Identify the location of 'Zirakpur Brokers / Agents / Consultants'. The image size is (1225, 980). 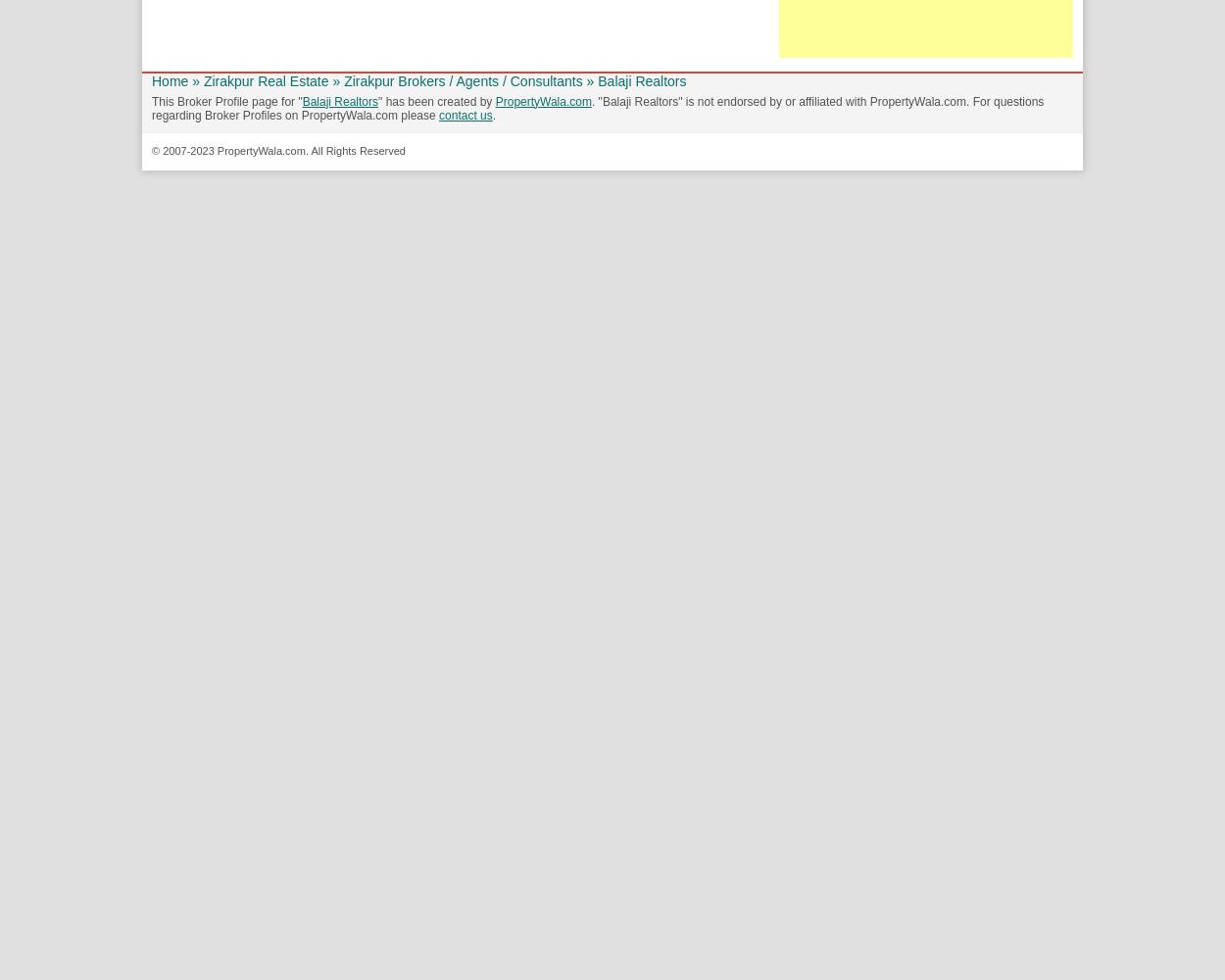
(462, 79).